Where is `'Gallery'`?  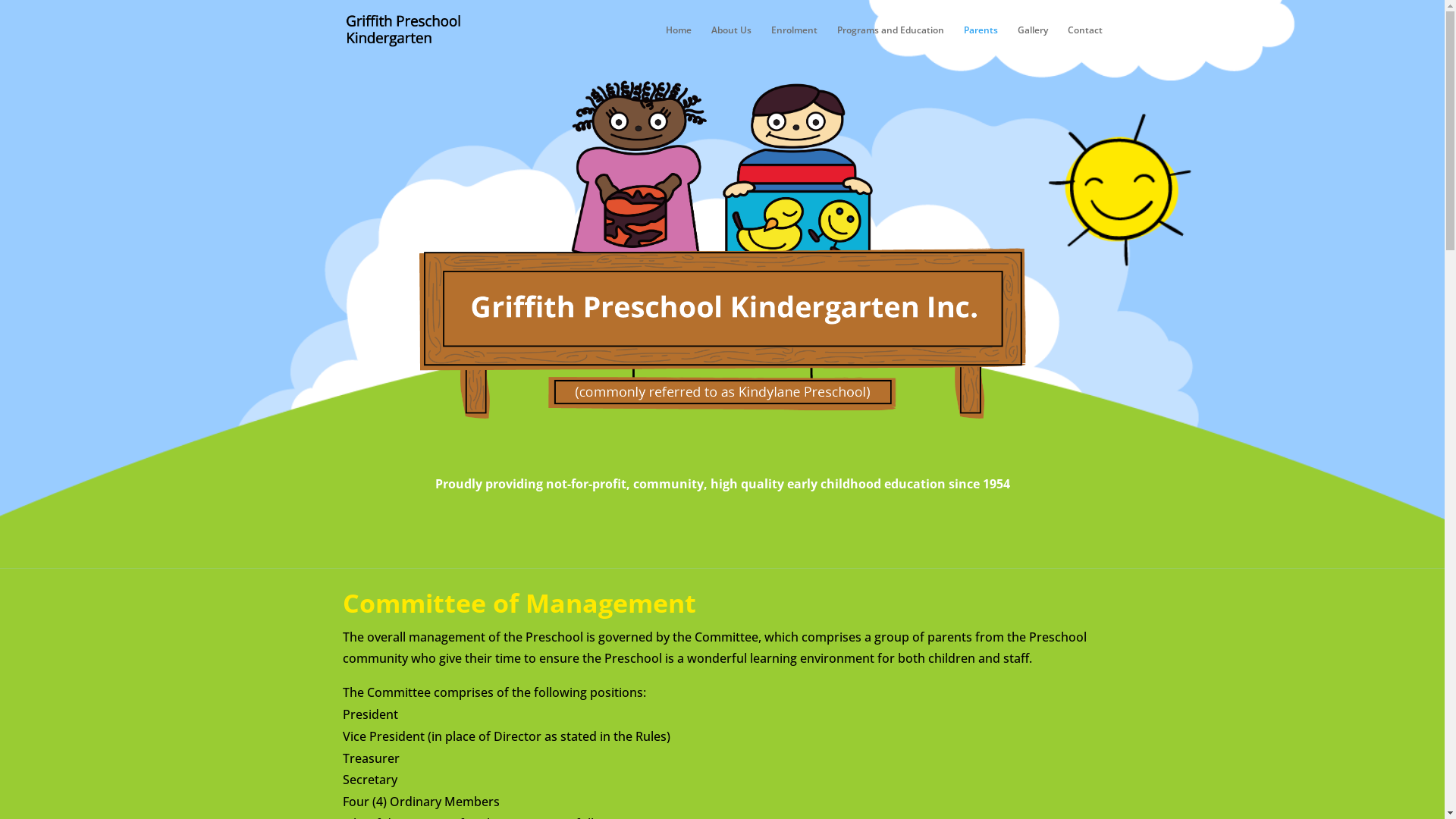 'Gallery' is located at coordinates (1032, 42).